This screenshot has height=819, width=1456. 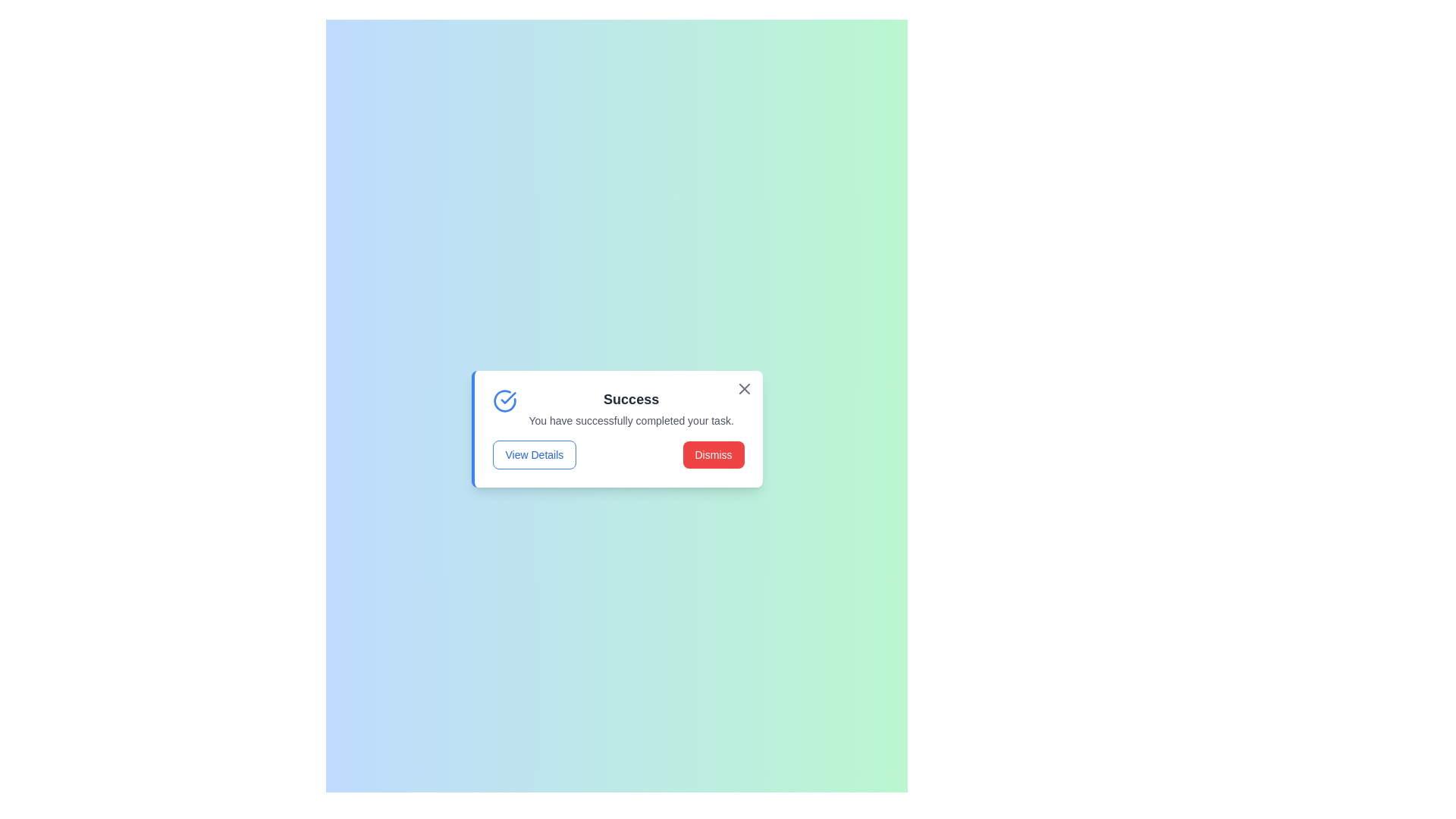 I want to click on the close button at the top-right of the alert to dismiss it, so click(x=744, y=388).